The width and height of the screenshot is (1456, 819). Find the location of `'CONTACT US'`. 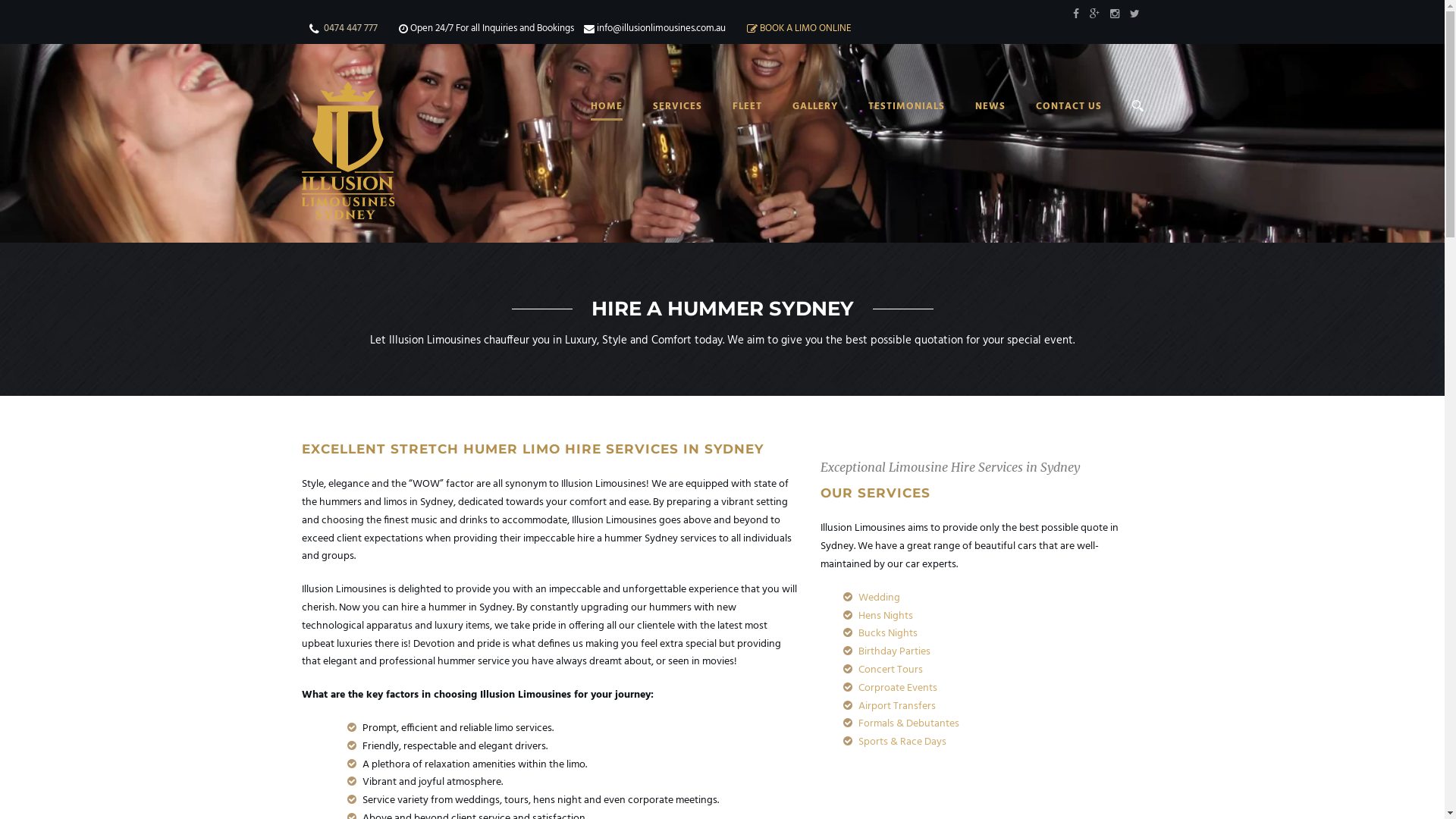

'CONTACT US' is located at coordinates (1053, 123).